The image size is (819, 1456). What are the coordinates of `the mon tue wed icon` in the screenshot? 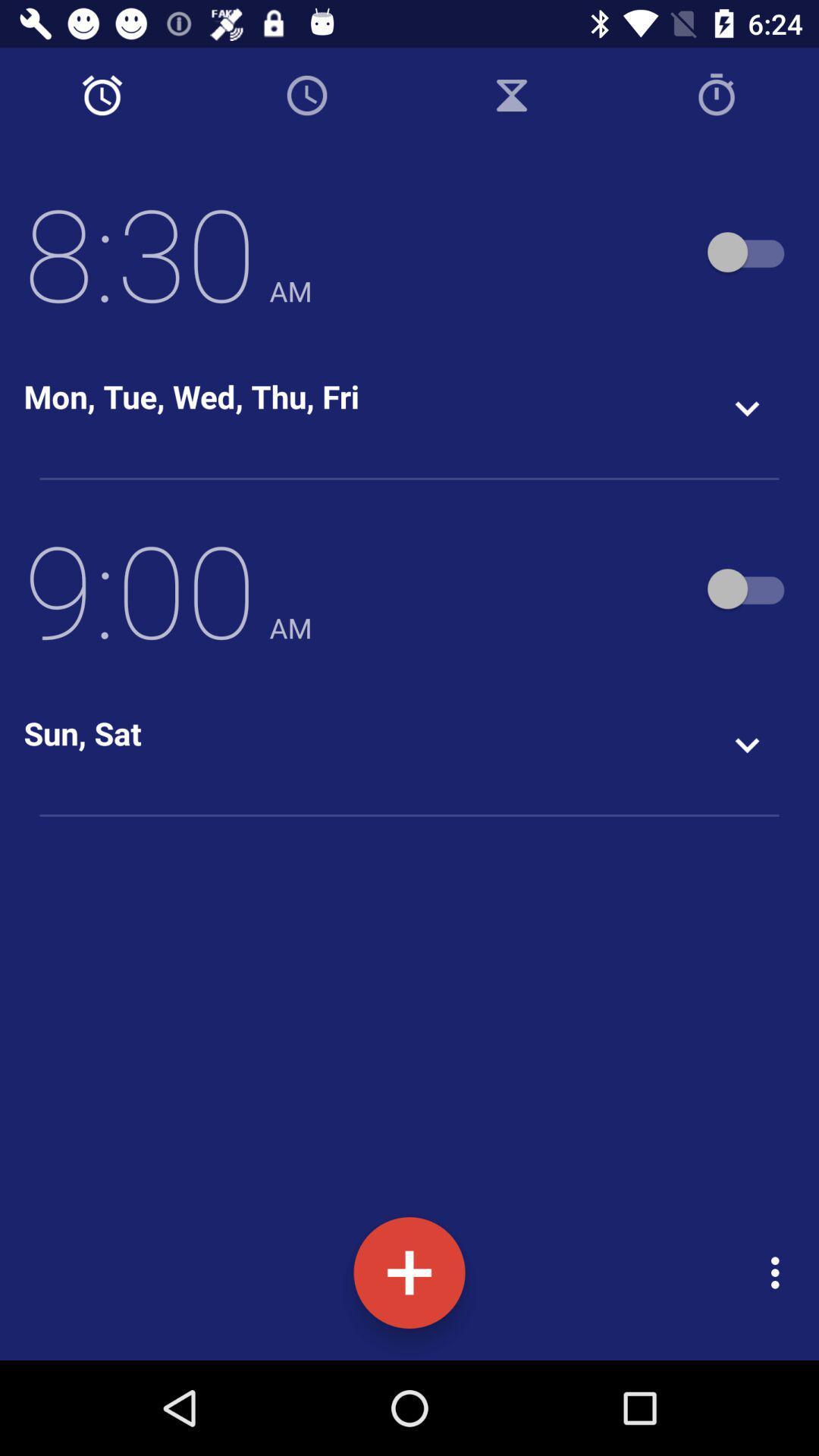 It's located at (190, 396).